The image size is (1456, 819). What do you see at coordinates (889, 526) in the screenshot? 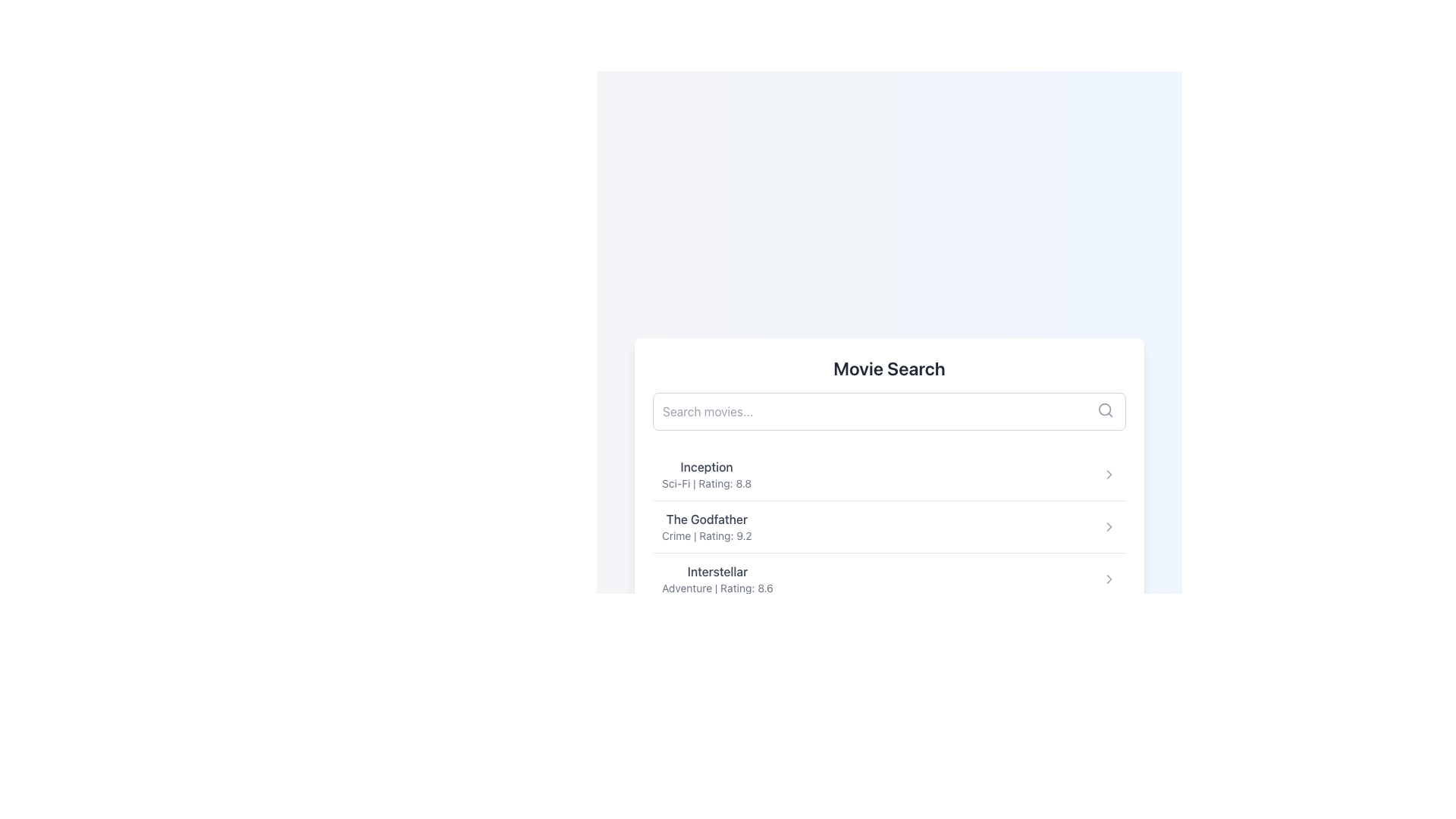
I see `the second list item representing the movie 'The Godfather'` at bounding box center [889, 526].